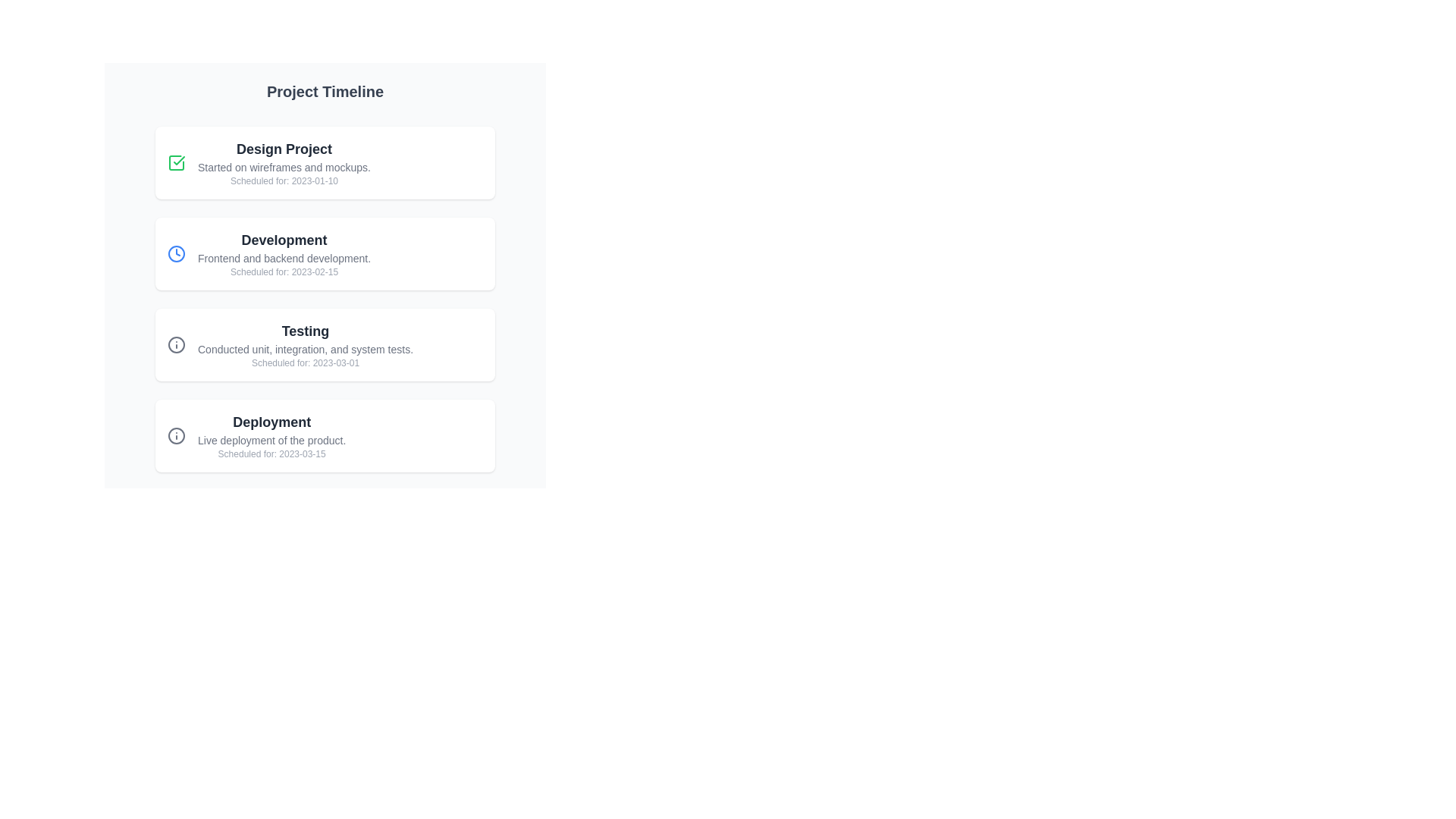 This screenshot has width=1456, height=819. Describe the element at coordinates (271, 422) in the screenshot. I see `the 'Deployment' text label, which serves as the section title within the project timeline card, helping users identify the content described in this particular card` at that location.